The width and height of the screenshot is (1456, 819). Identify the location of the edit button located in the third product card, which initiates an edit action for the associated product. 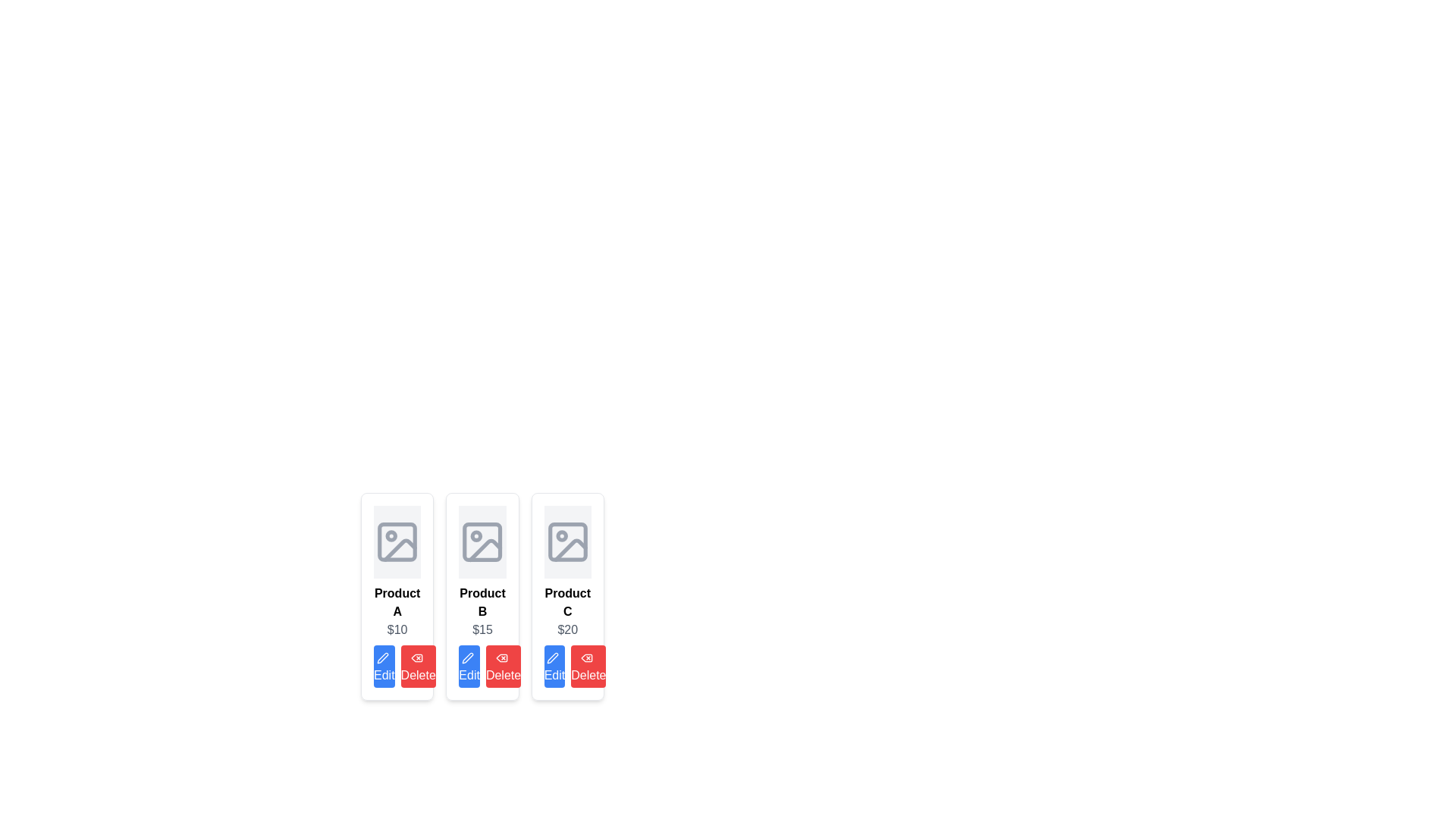
(552, 657).